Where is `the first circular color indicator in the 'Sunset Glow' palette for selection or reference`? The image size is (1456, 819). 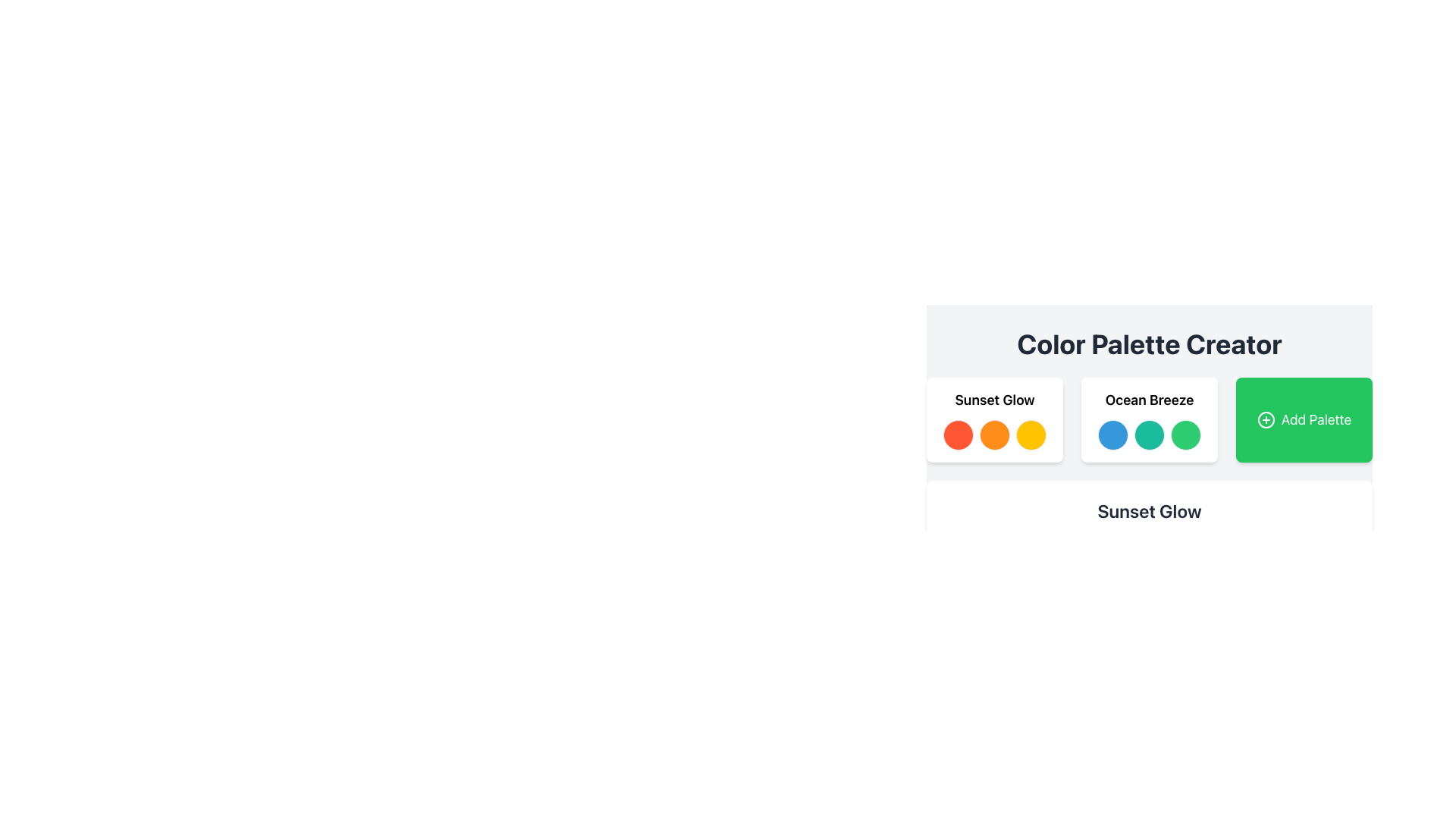 the first circular color indicator in the 'Sunset Glow' palette for selection or reference is located at coordinates (957, 435).